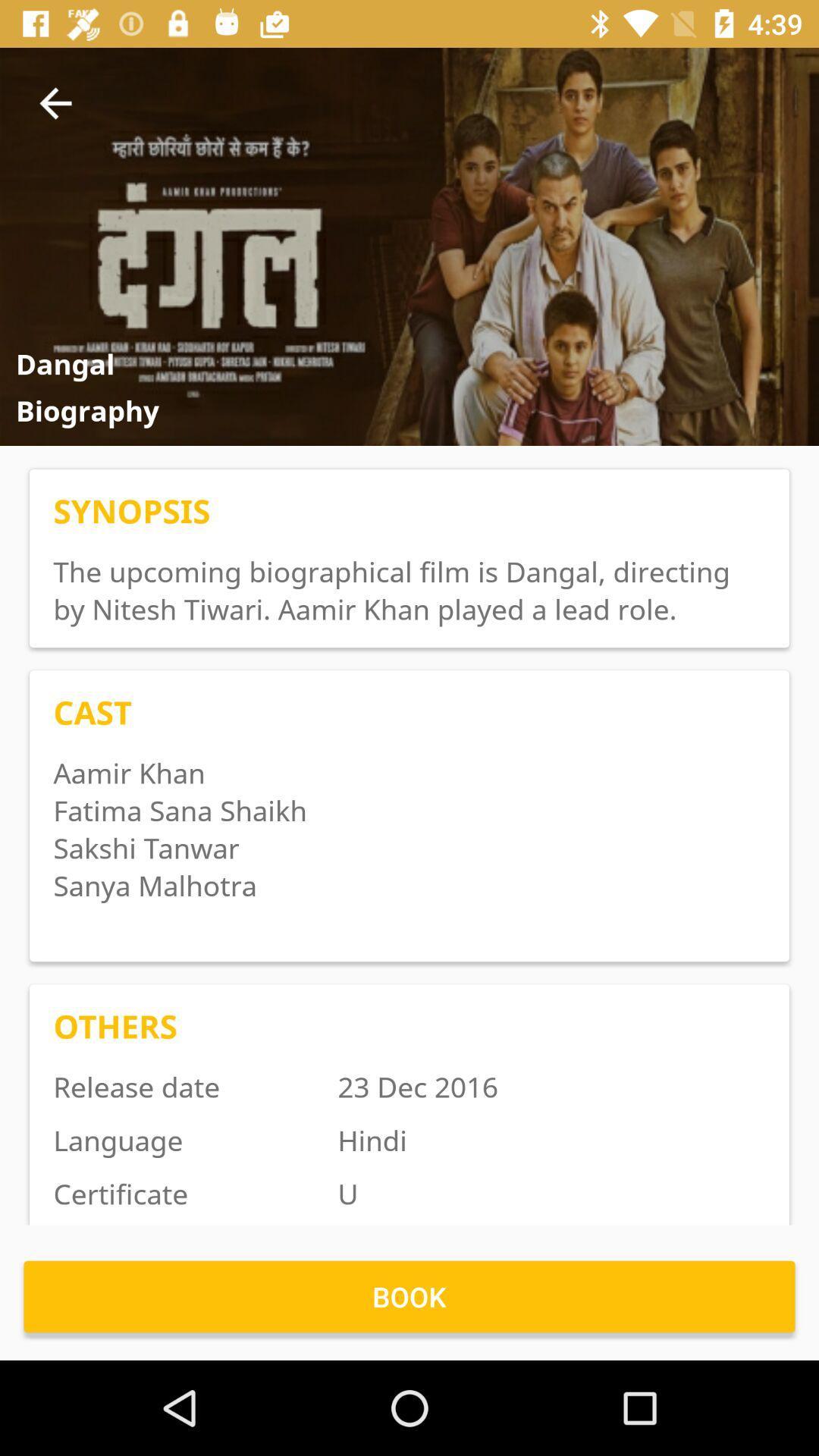 The height and width of the screenshot is (1456, 819). What do you see at coordinates (55, 102) in the screenshot?
I see `the item next to   item` at bounding box center [55, 102].